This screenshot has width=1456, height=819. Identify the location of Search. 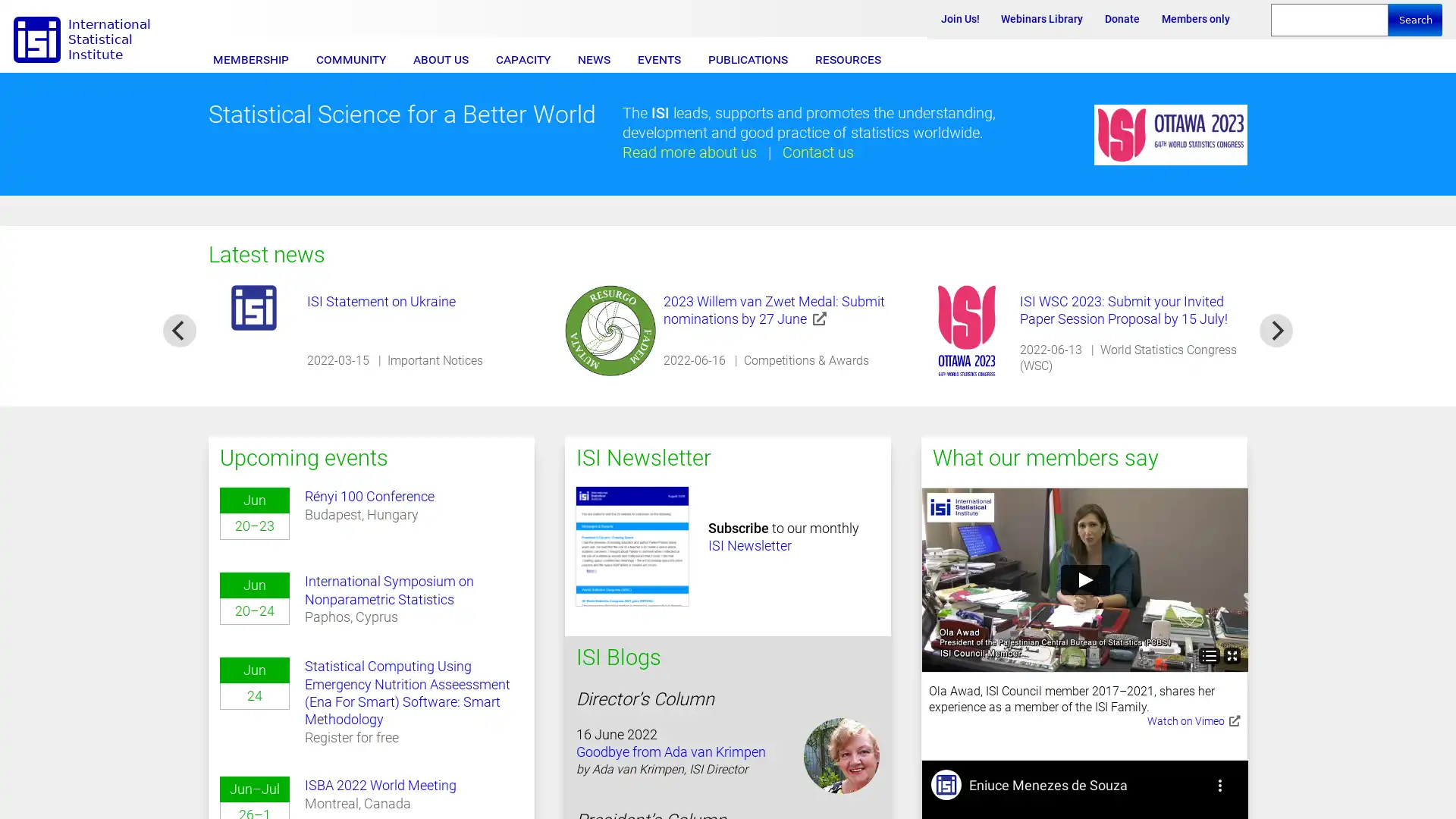
(1414, 20).